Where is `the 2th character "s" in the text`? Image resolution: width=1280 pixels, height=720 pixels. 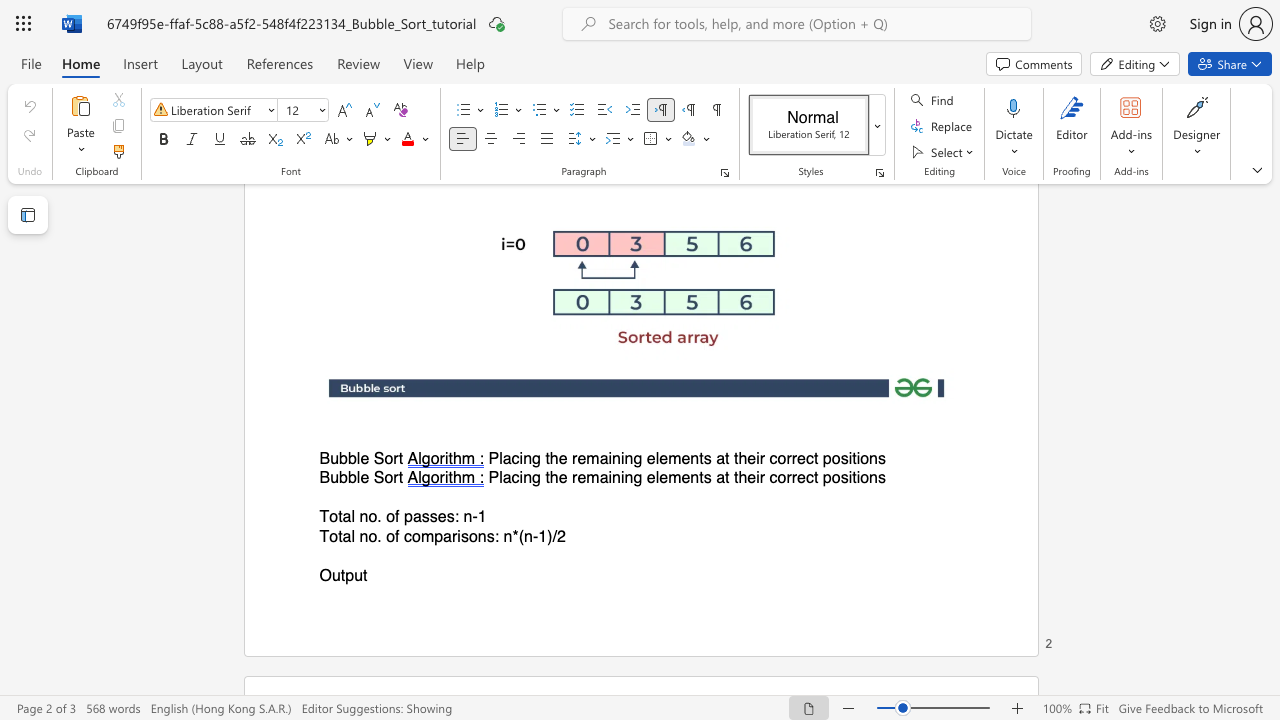
the 2th character "s" in the text is located at coordinates (432, 516).